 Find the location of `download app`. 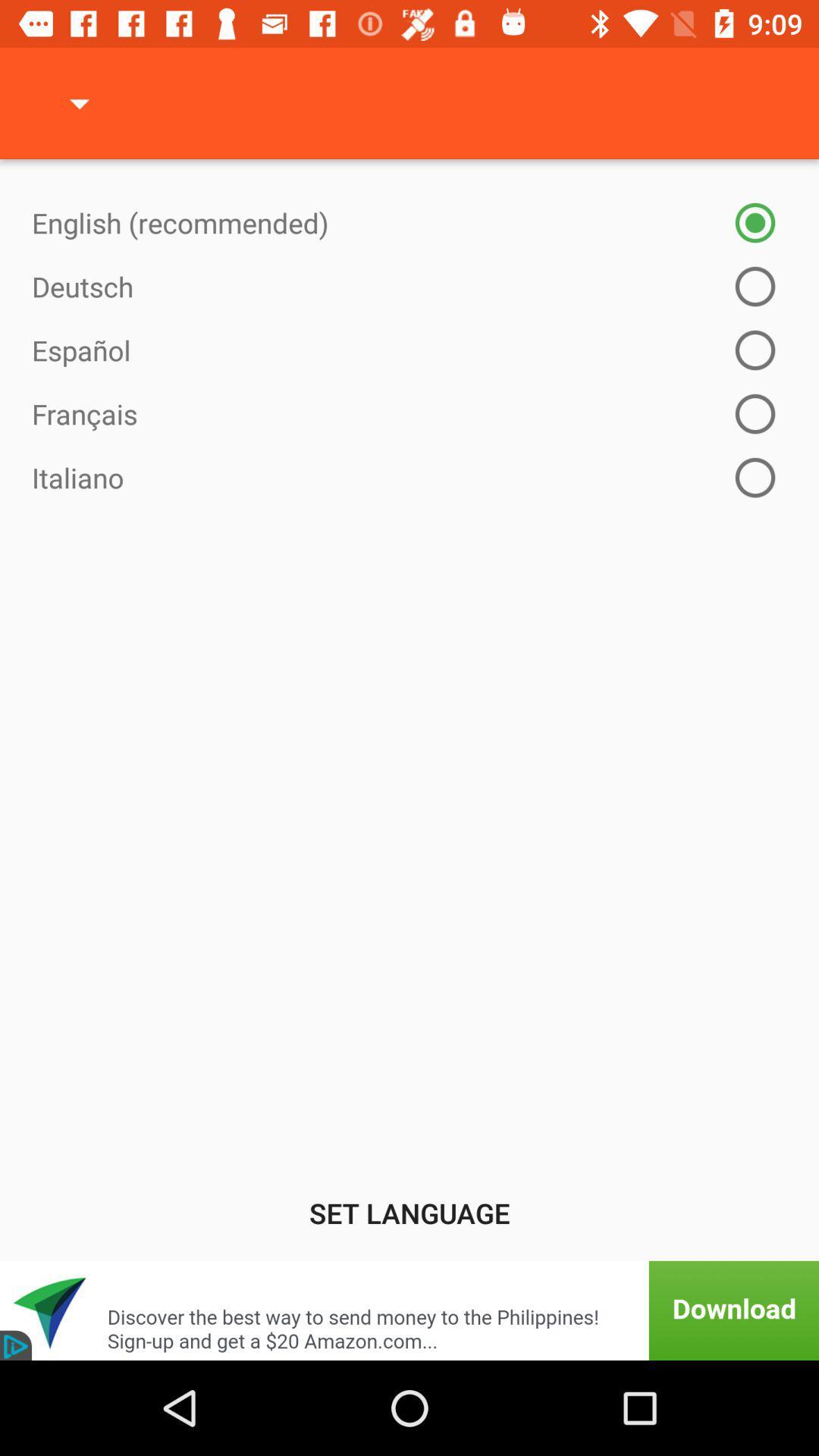

download app is located at coordinates (409, 1310).